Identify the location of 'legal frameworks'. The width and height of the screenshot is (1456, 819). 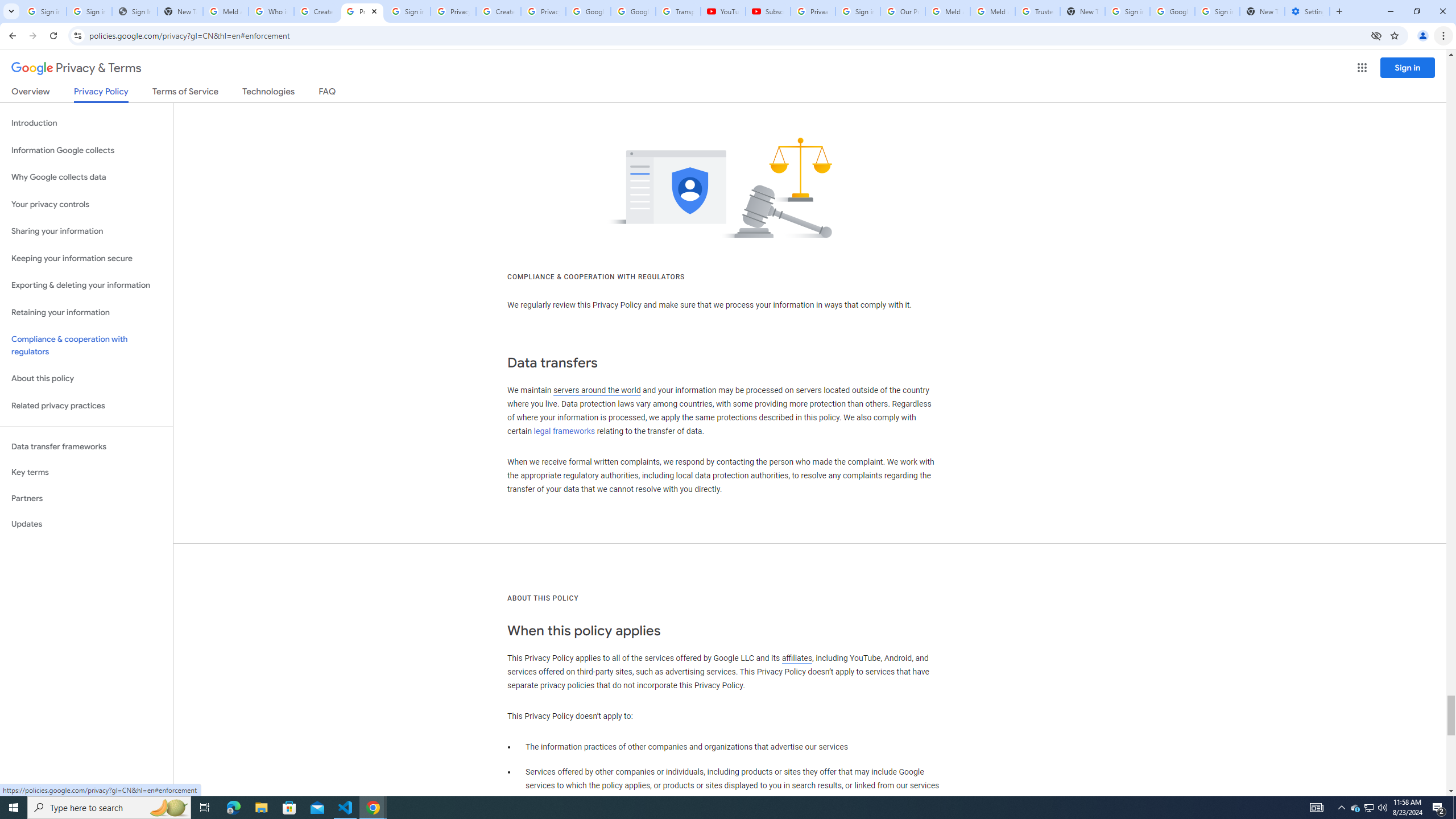
(564, 431).